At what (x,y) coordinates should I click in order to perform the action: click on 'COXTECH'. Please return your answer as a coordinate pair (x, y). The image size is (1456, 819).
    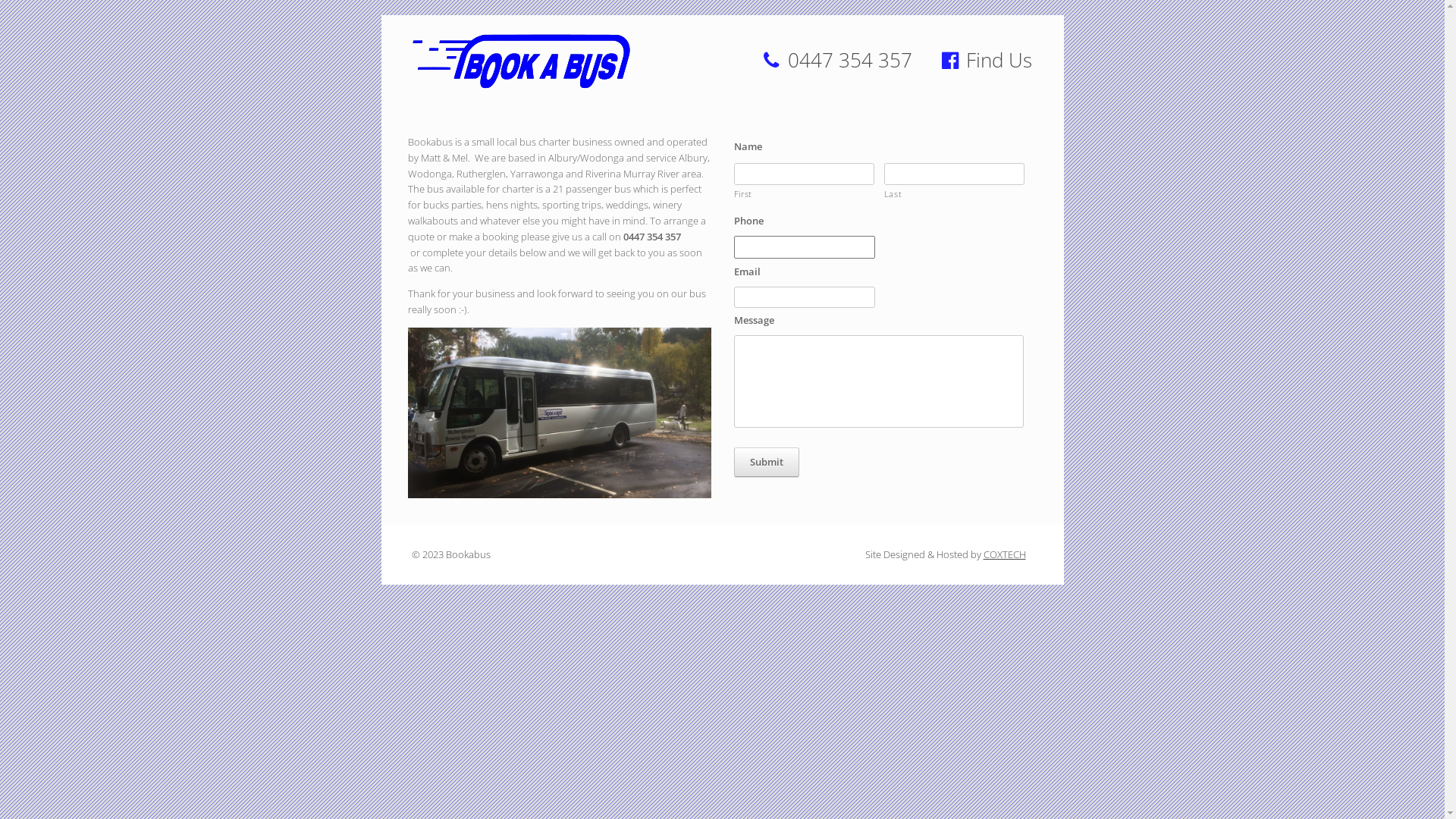
    Looking at the image, I should click on (1004, 554).